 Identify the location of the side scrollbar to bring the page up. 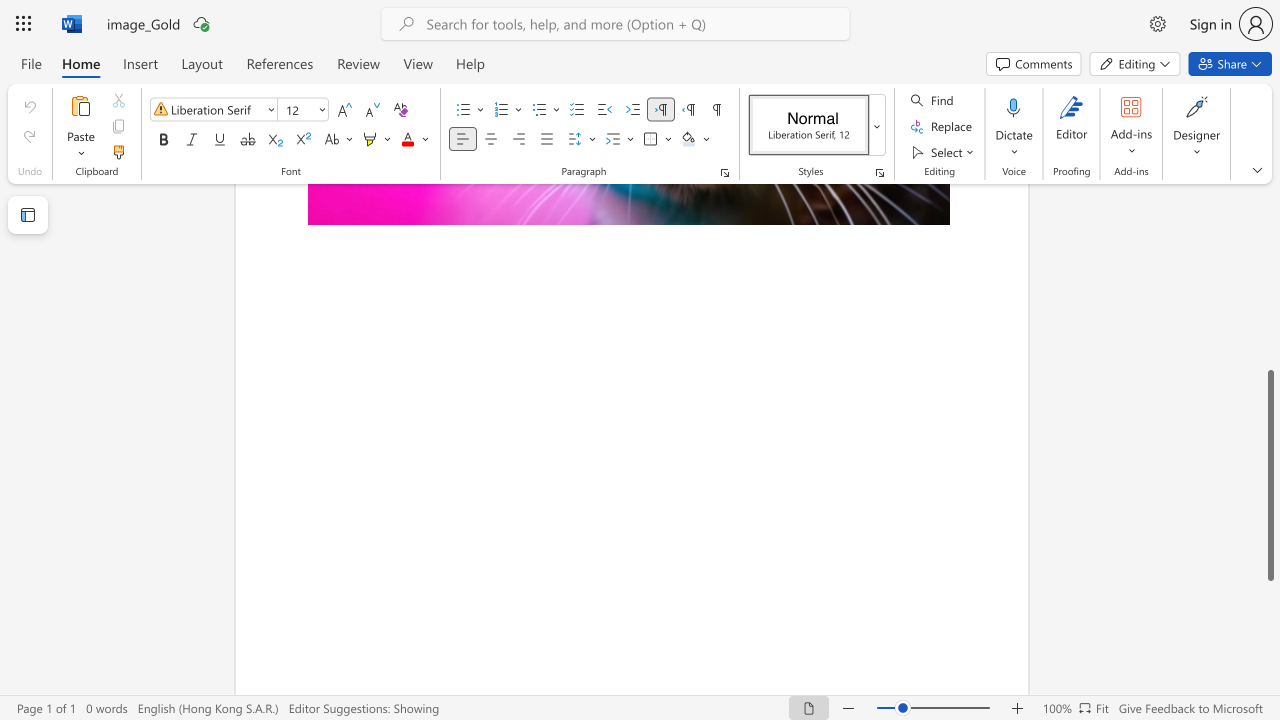
(1269, 248).